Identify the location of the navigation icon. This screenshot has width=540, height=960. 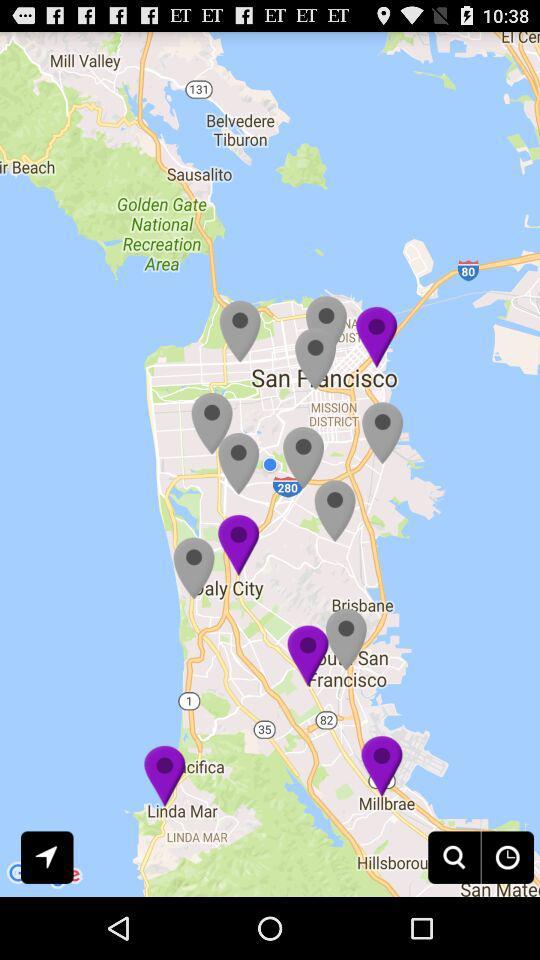
(47, 917).